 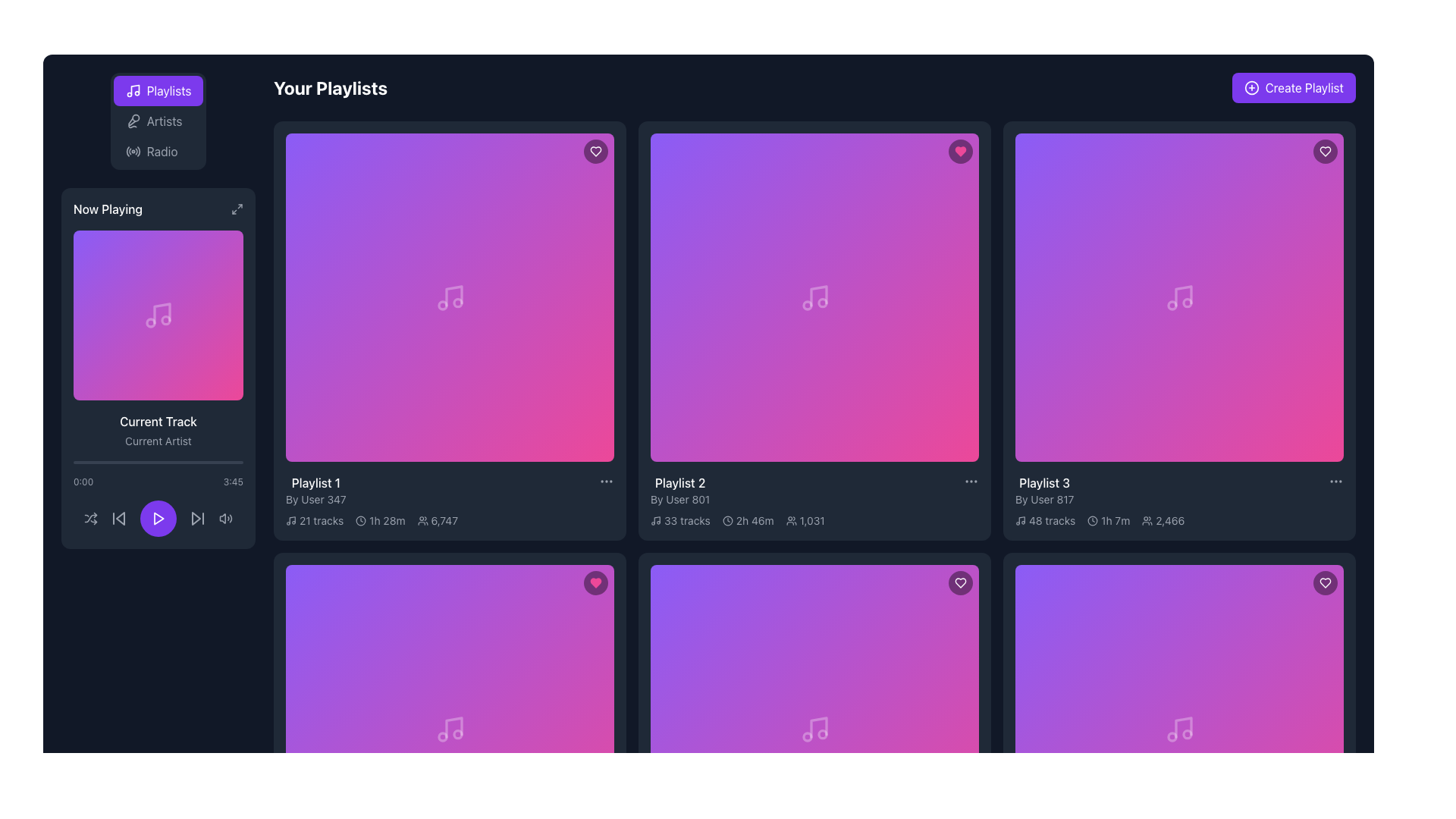 What do you see at coordinates (755, 519) in the screenshot?
I see `duration information displayed as '2h 46m' in the Text Label within the 'Playlist 2' card in the 'Your Playlists' grid` at bounding box center [755, 519].